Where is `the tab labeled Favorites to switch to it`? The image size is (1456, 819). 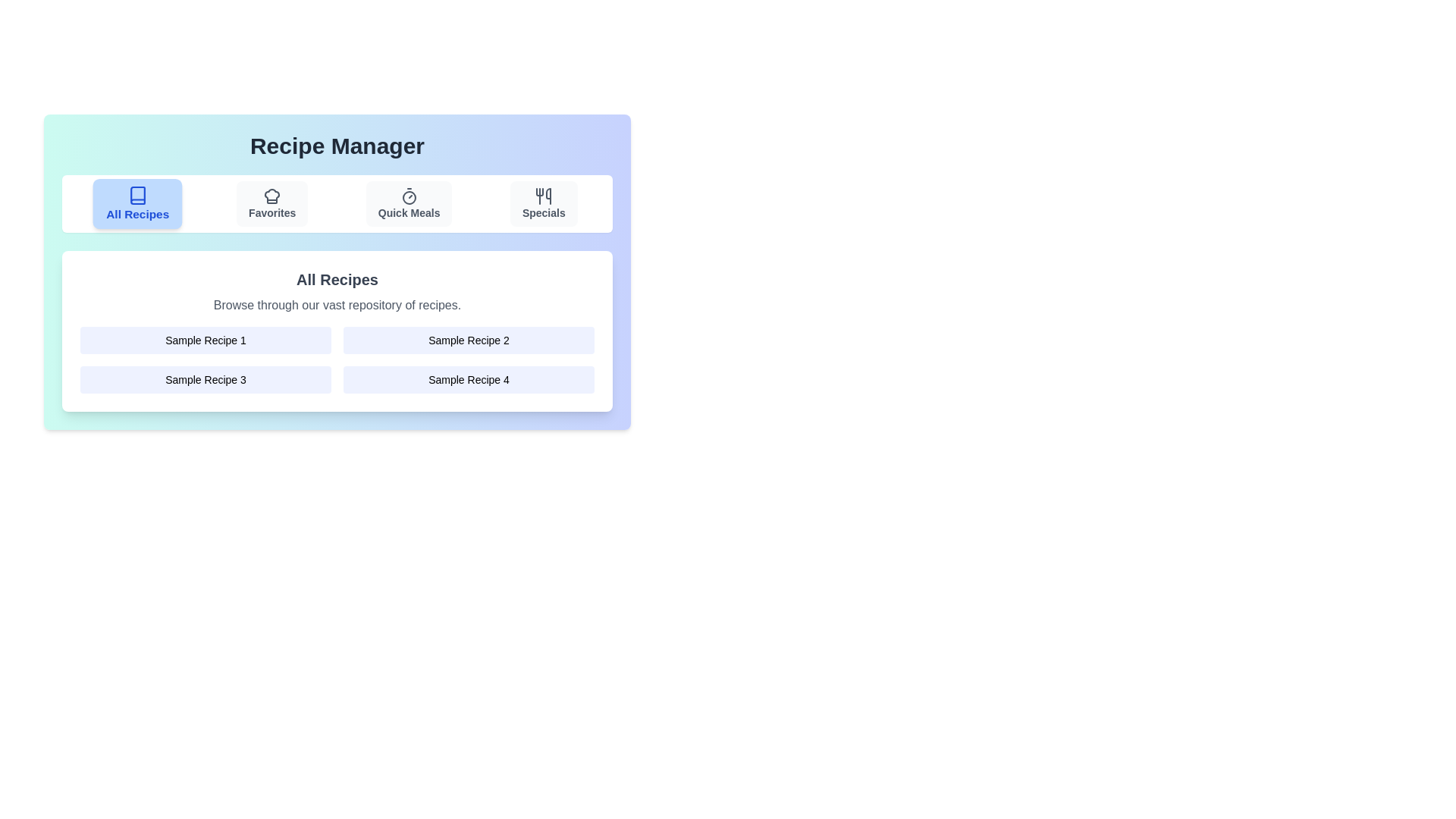 the tab labeled Favorites to switch to it is located at coordinates (272, 203).